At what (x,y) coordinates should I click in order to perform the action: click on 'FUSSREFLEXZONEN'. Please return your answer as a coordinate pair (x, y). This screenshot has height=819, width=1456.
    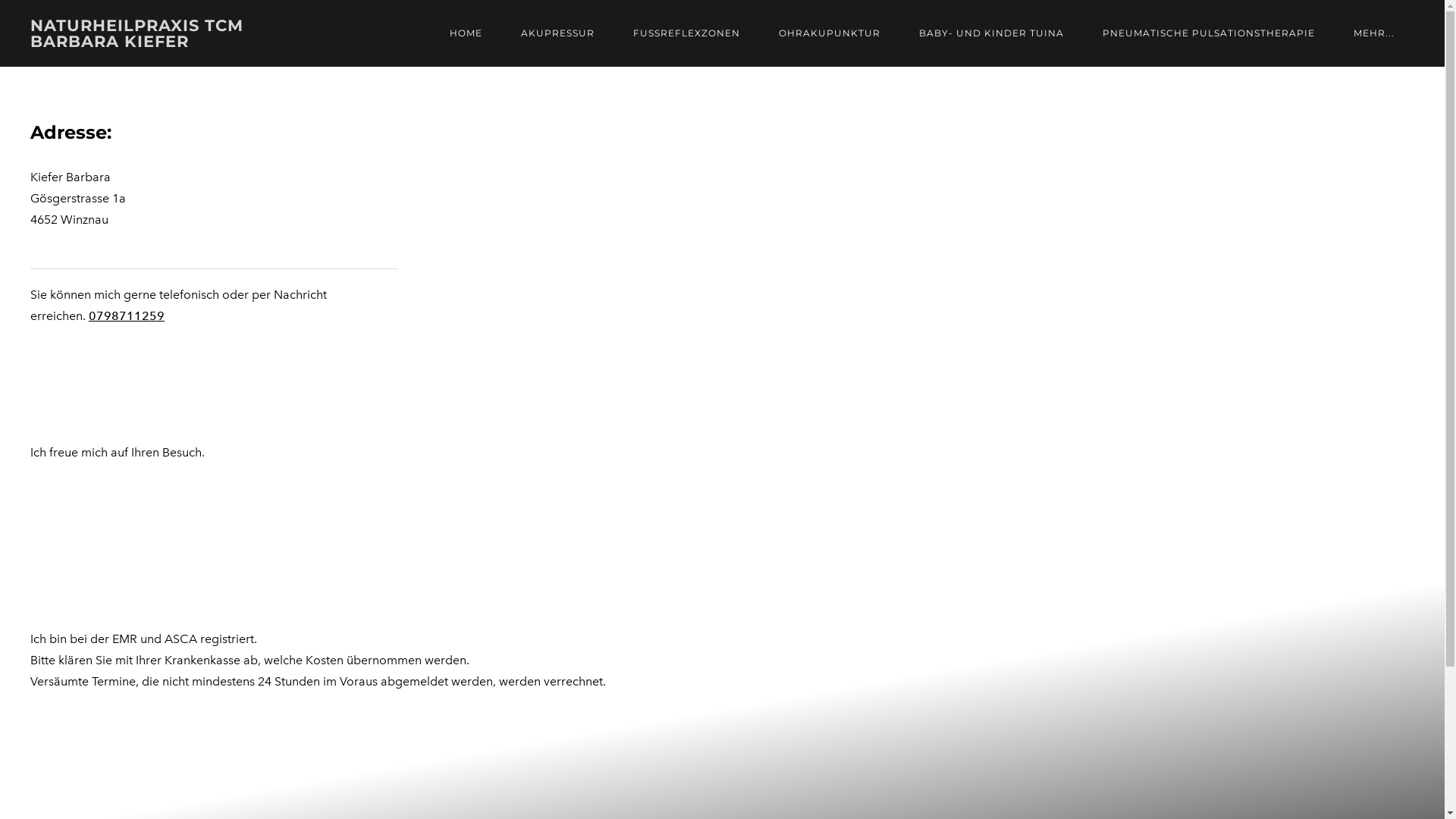
    Looking at the image, I should click on (686, 33).